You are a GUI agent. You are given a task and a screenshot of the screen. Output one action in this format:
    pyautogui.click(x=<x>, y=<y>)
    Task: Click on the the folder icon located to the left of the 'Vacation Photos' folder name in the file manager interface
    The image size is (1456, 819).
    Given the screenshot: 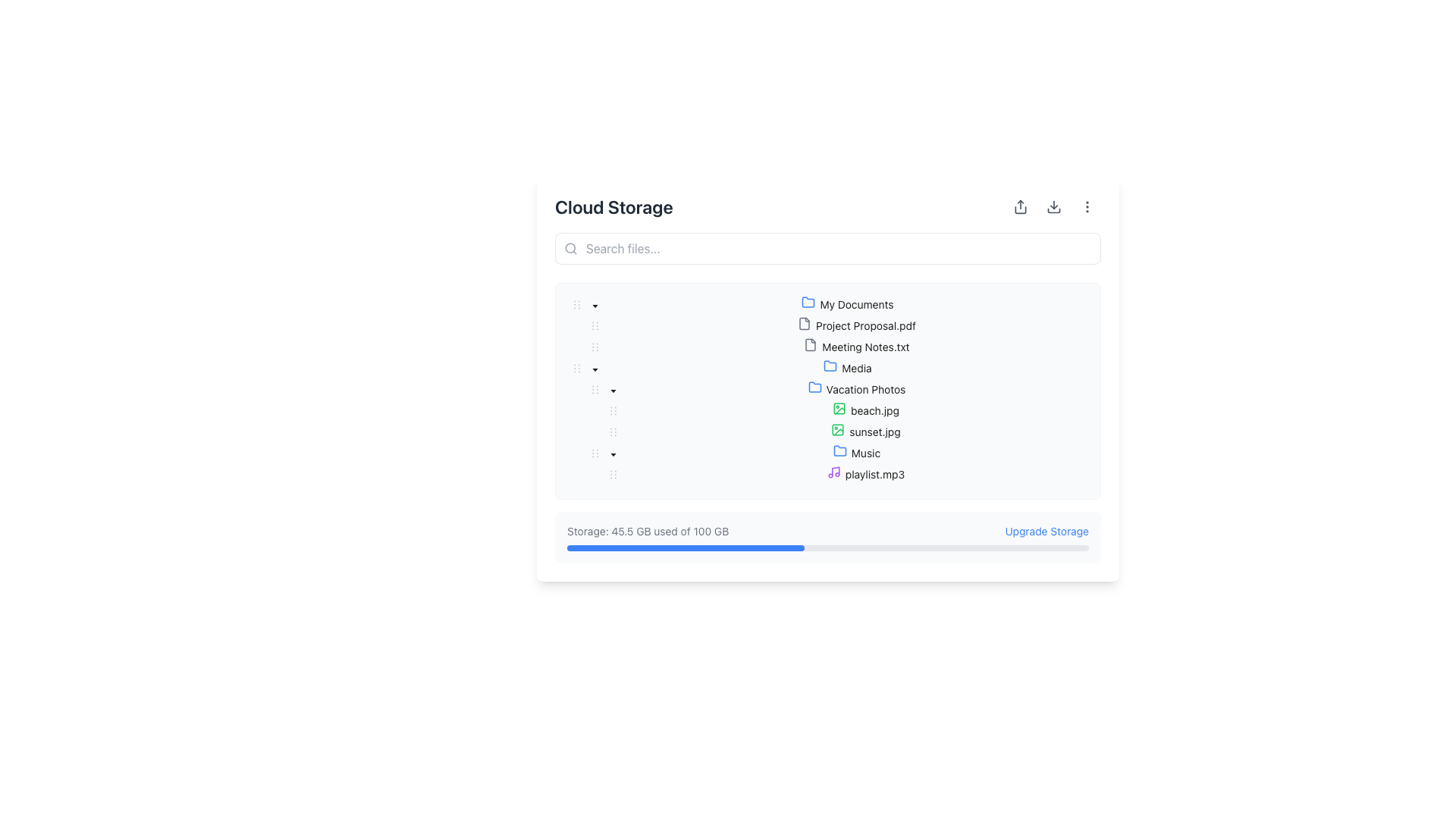 What is the action you would take?
    pyautogui.click(x=814, y=386)
    